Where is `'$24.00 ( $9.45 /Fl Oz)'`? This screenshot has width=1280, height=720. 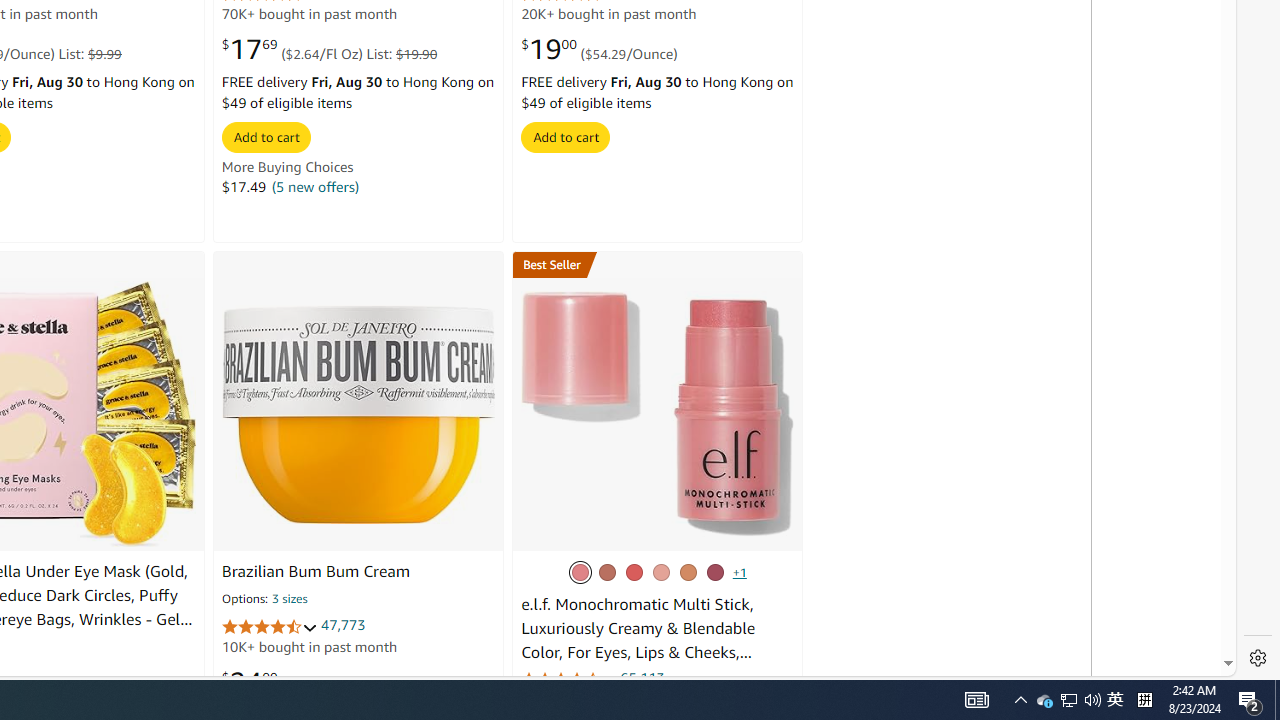
'$24.00 ( $9.45 /Fl Oz)' is located at coordinates (291, 680).